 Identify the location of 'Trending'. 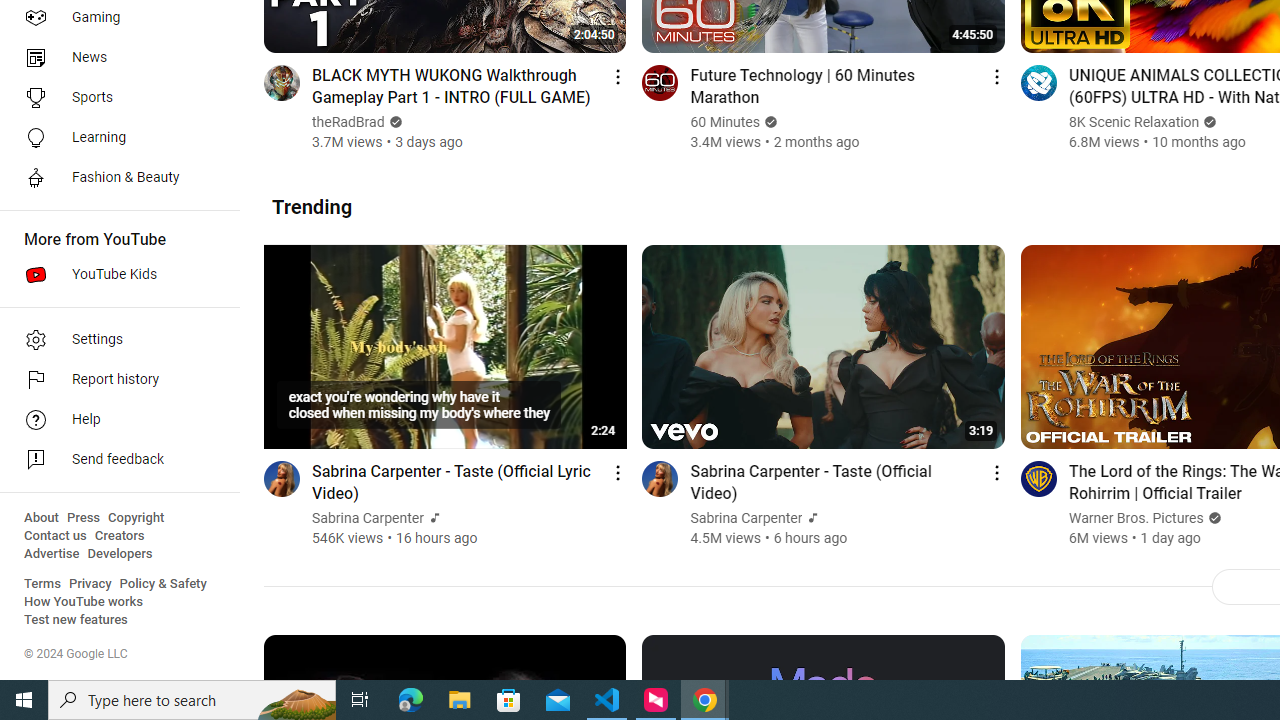
(311, 206).